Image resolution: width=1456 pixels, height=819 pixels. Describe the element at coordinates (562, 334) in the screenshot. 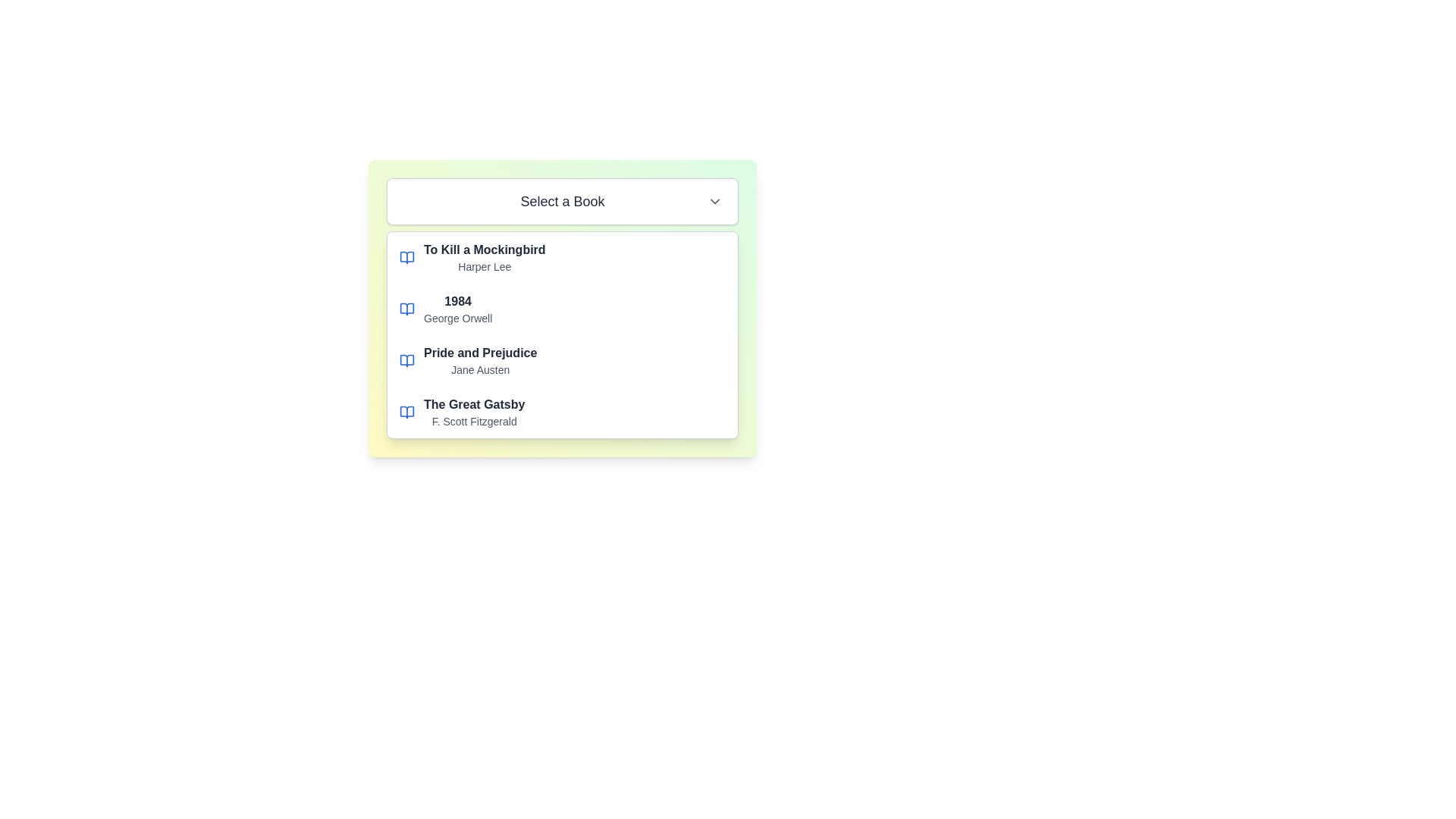

I see `the menu/list that provides book titles and authors located within the 'Select a Book' box` at that location.